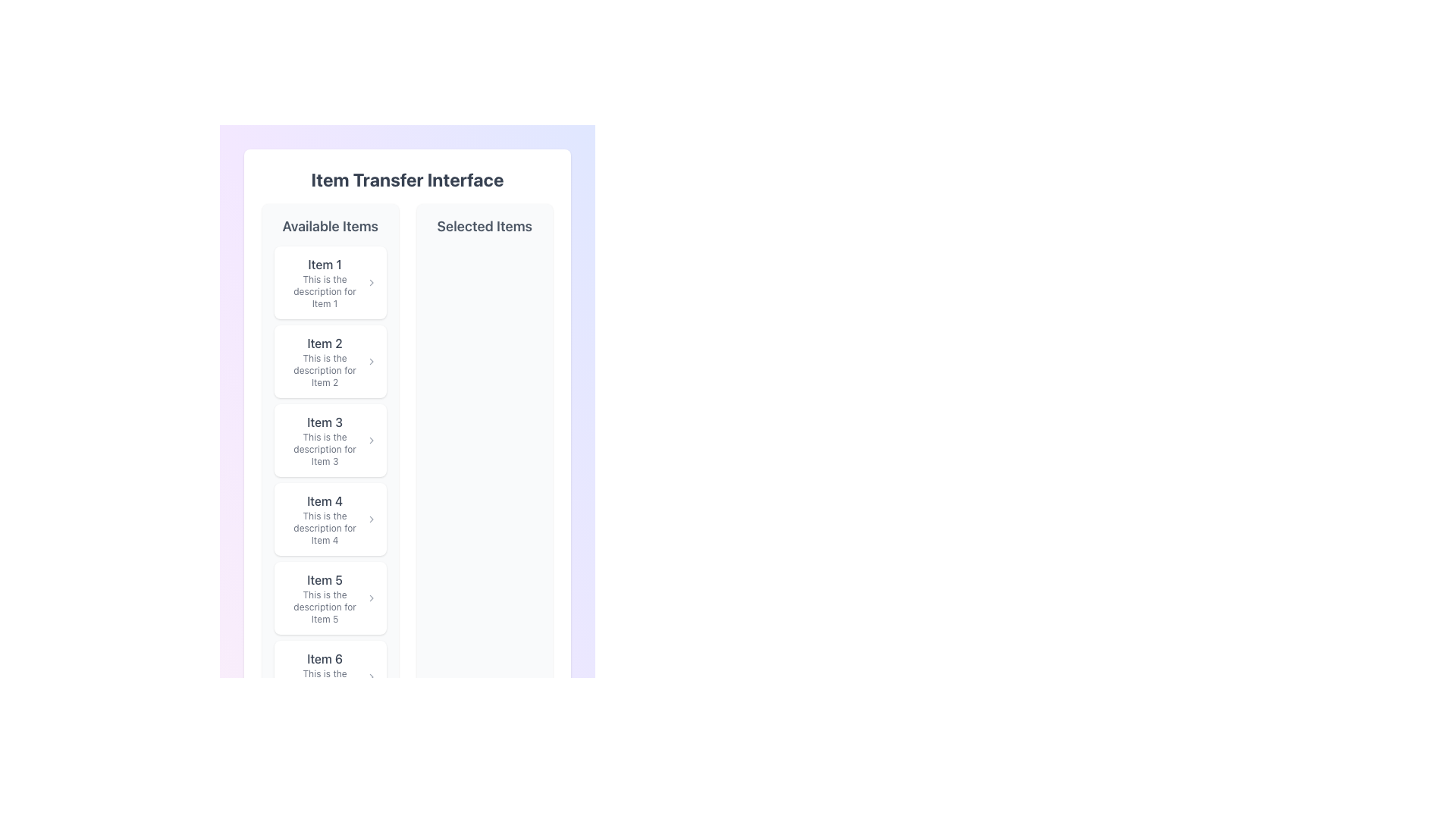 This screenshot has width=1456, height=819. I want to click on the interactive list item card for 'Item 4' located in the 'Available Items' section, which is the fourth card in a vertical list, so click(329, 519).